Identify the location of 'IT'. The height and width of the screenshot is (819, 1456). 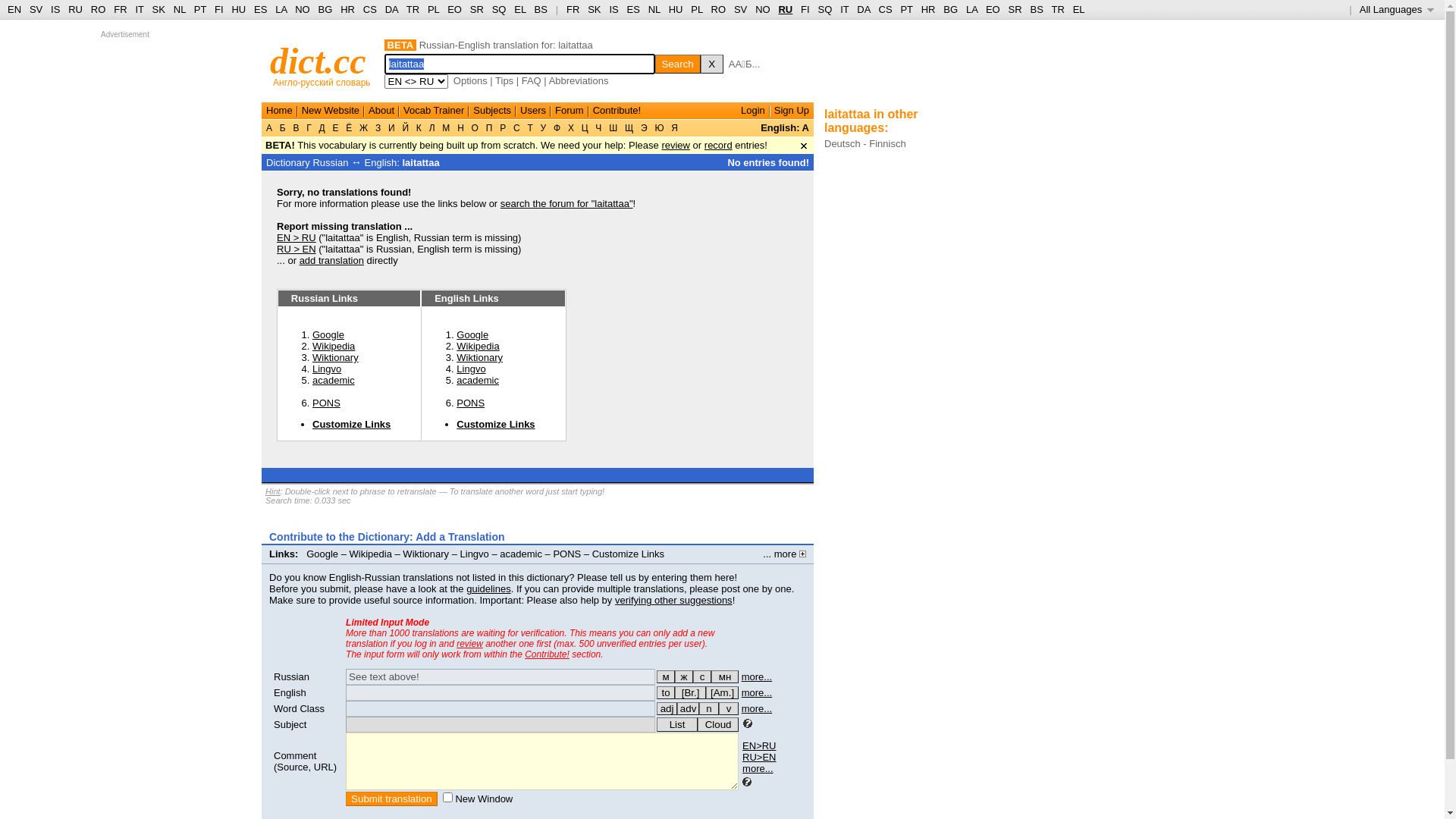
(139, 9).